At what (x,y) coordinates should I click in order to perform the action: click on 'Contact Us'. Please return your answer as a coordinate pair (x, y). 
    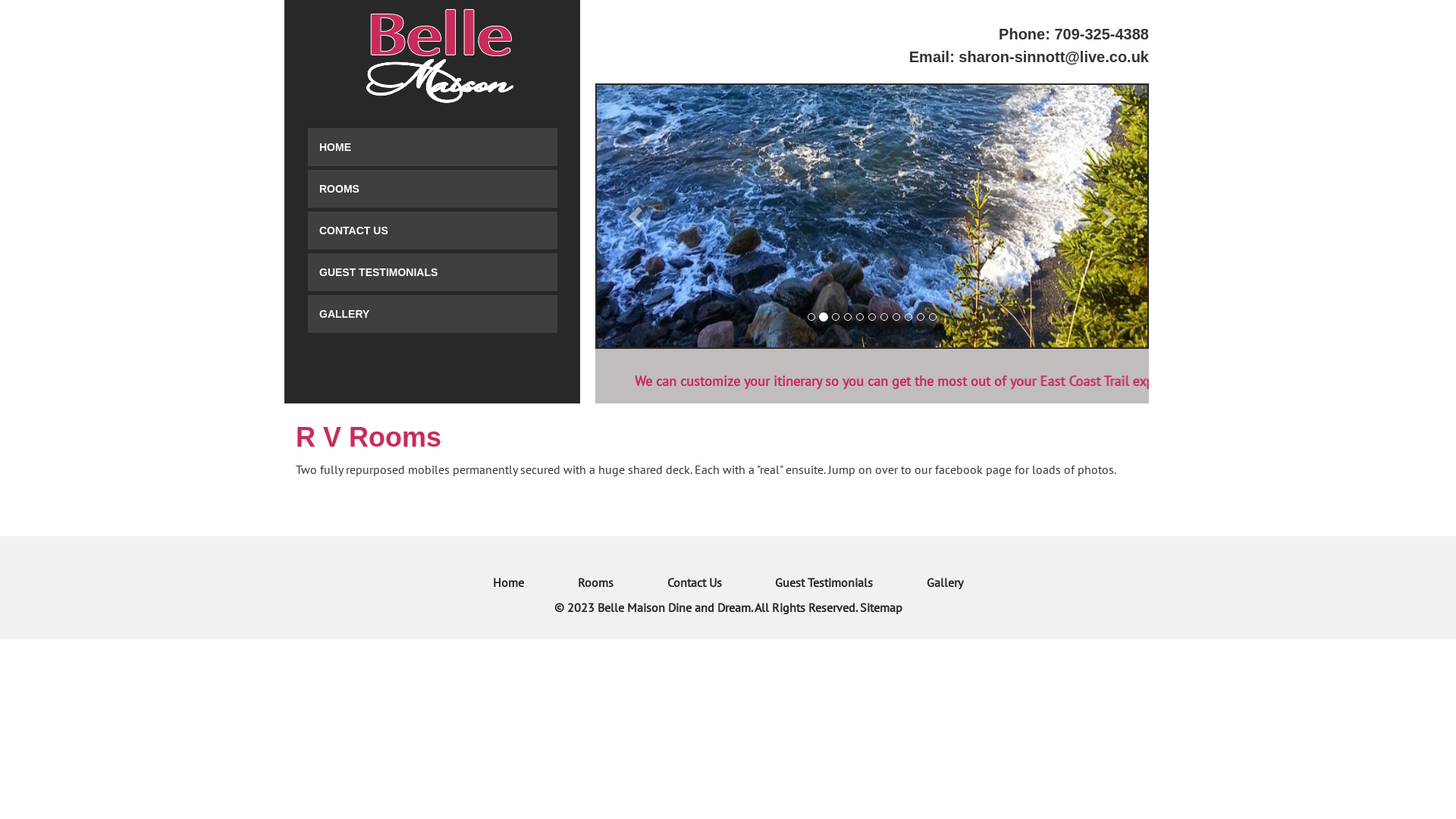
    Looking at the image, I should click on (693, 581).